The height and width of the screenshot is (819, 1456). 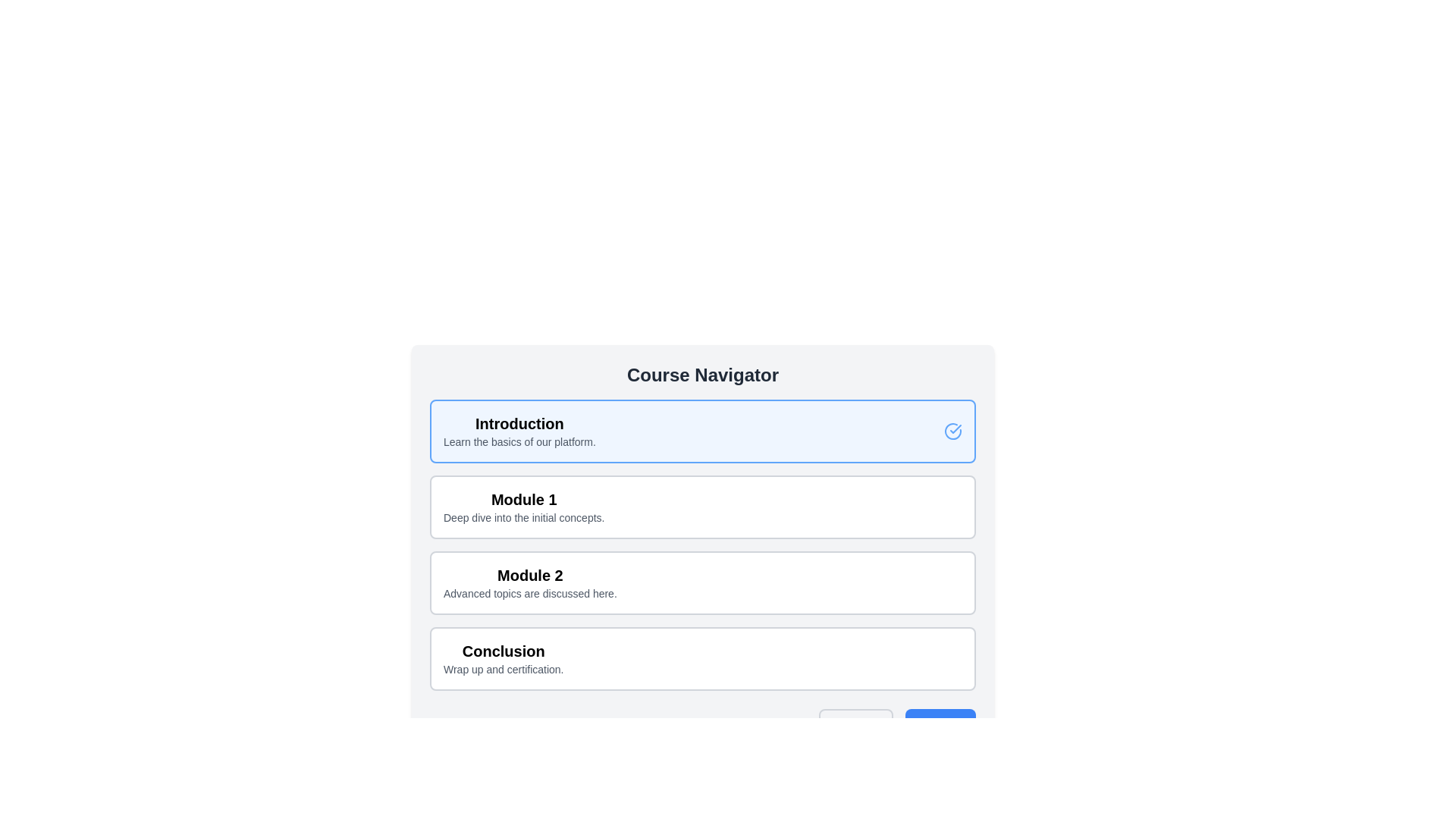 What do you see at coordinates (940, 724) in the screenshot?
I see `the Next button to navigate` at bounding box center [940, 724].